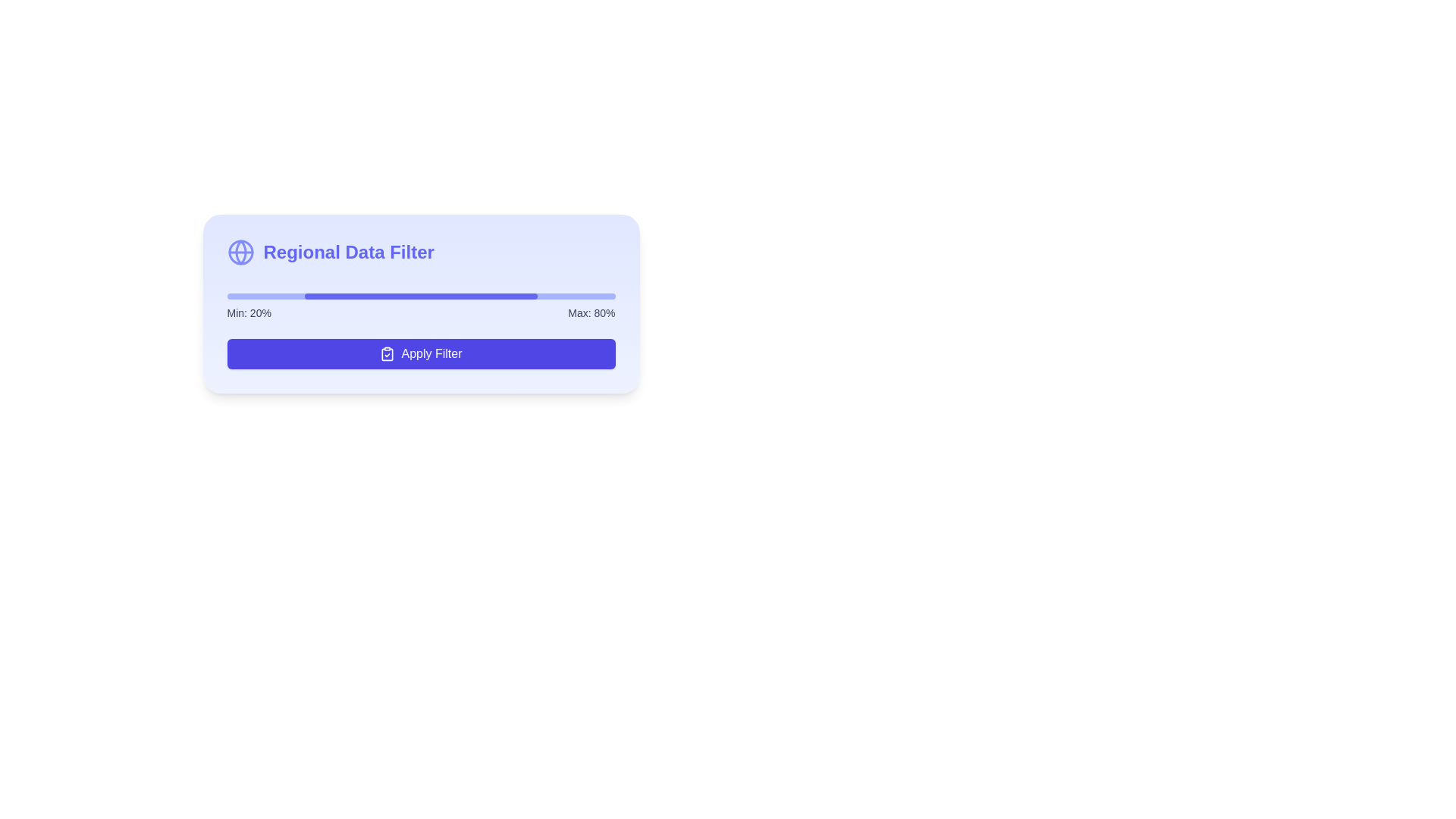  Describe the element at coordinates (421, 296) in the screenshot. I see `the progress bar with a light purple background that is located above the text 'Min: 20%' and 'Max: 80%', styled with rounded corners` at that location.